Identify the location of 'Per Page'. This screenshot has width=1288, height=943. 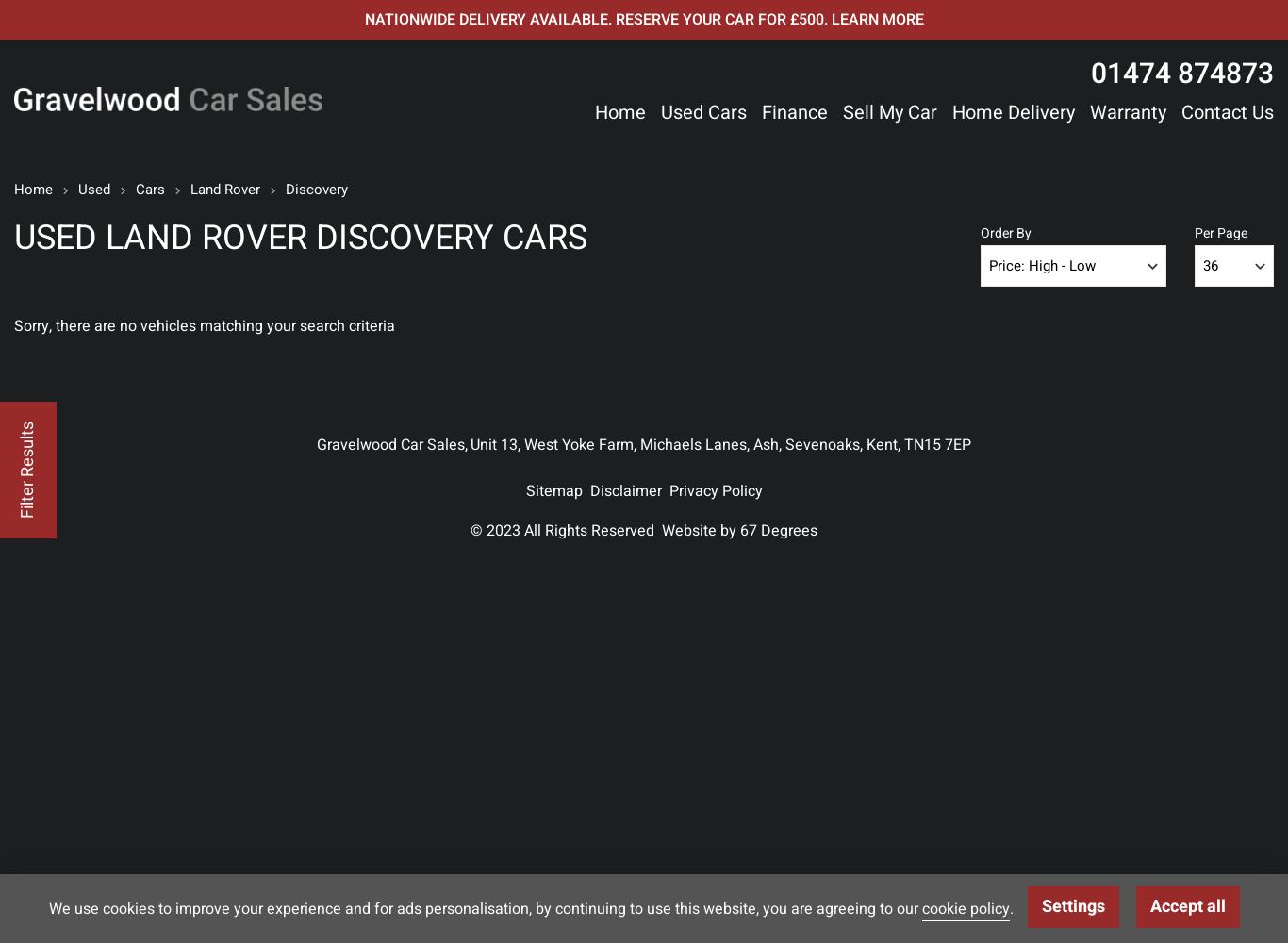
(1219, 232).